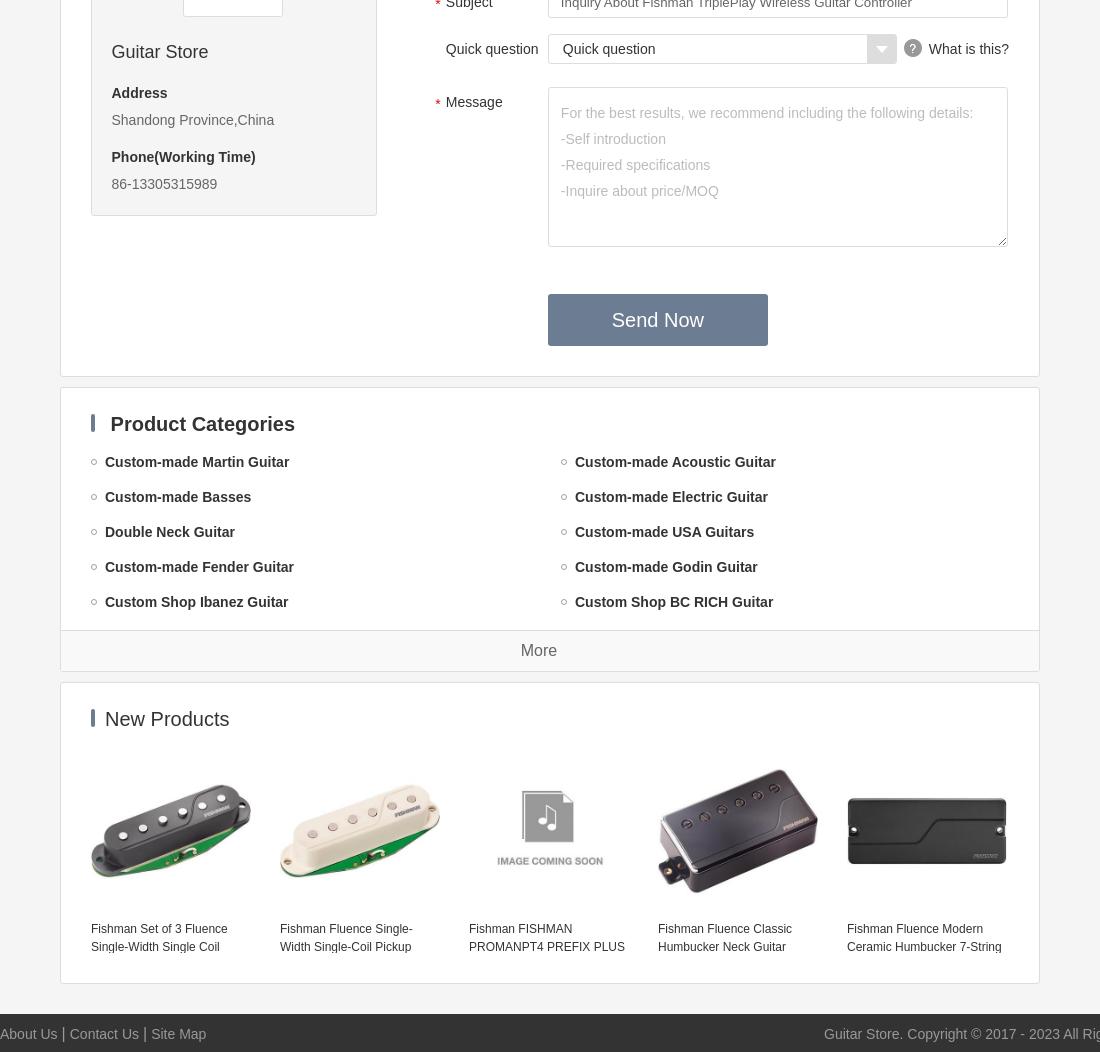  Describe the element at coordinates (671, 495) in the screenshot. I see `'Custom-made Electric Guitar'` at that location.